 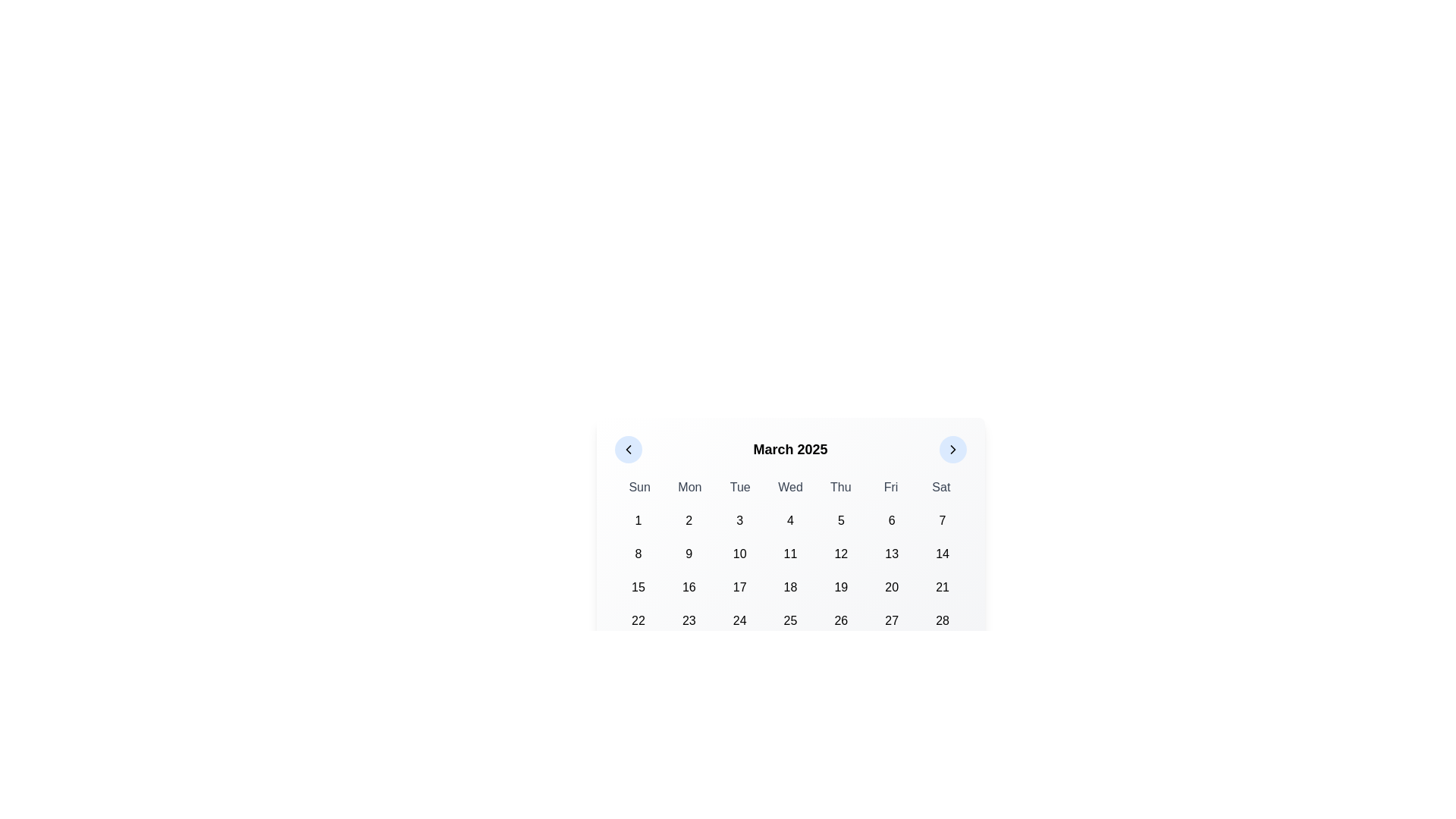 I want to click on the cell displaying '27' in the last row of the calendar grid under the 'Fri' column, so click(x=892, y=620).